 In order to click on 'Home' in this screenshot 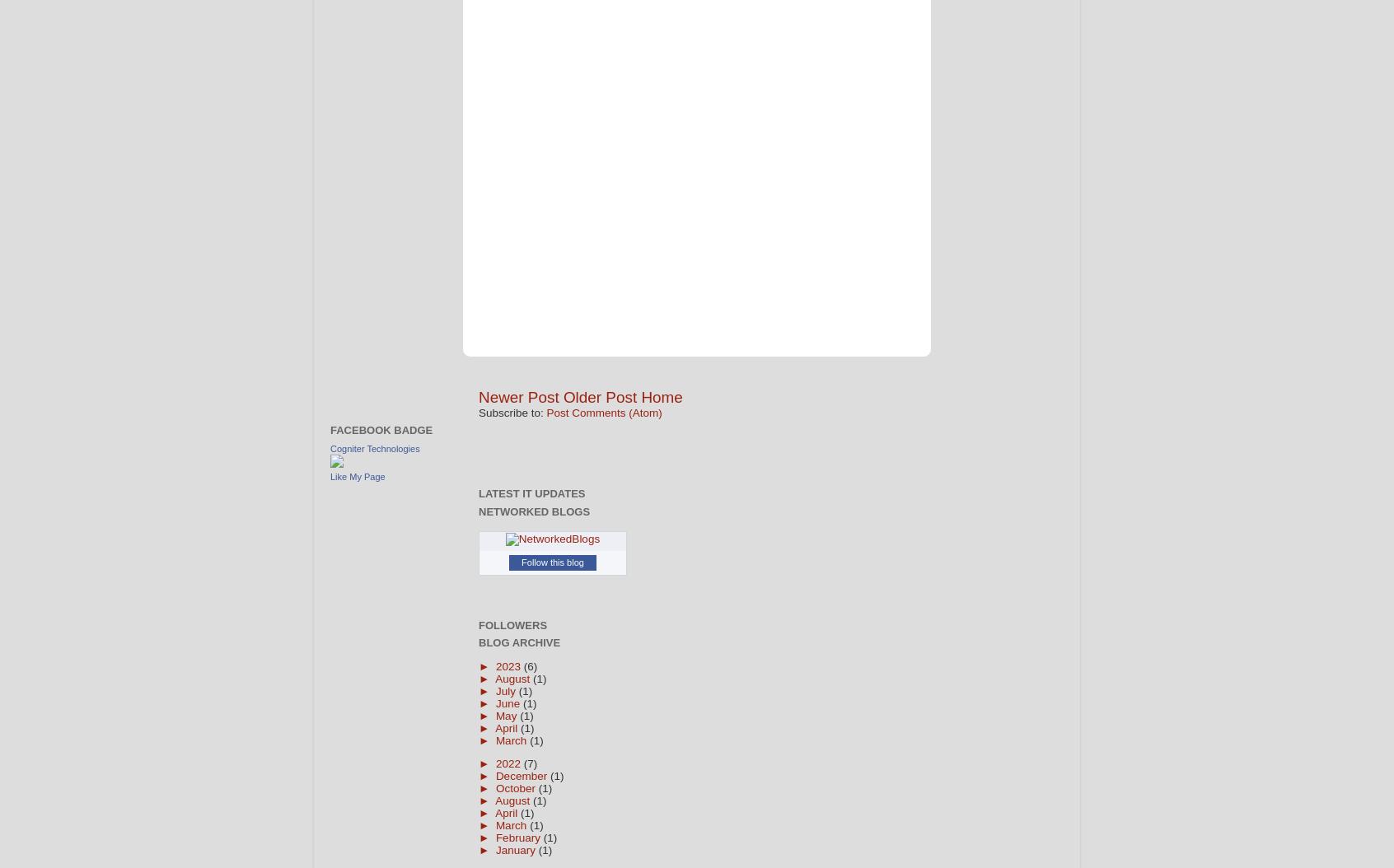, I will do `click(662, 395)`.